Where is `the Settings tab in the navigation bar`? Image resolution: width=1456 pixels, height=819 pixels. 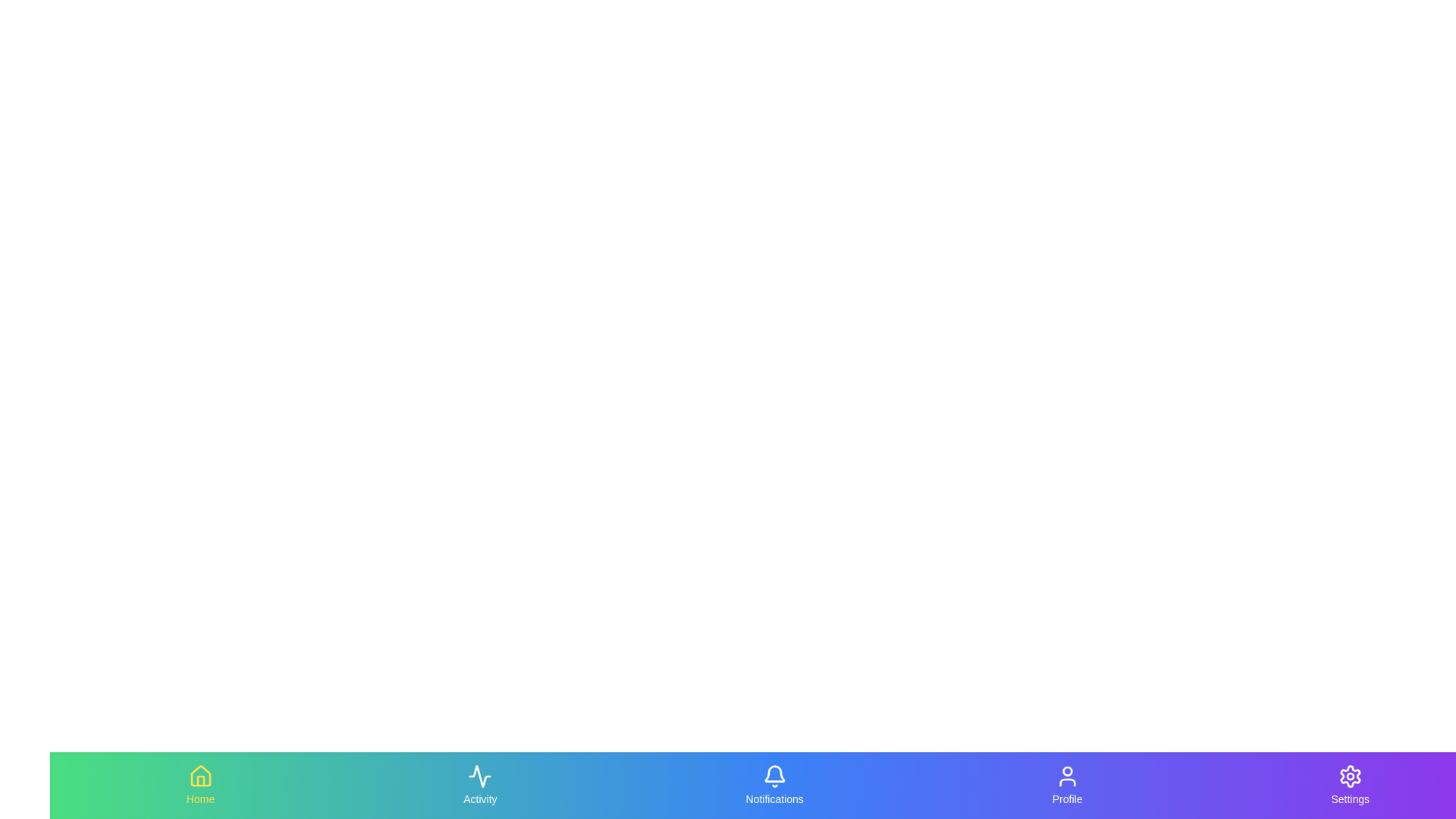 the Settings tab in the navigation bar is located at coordinates (1350, 785).